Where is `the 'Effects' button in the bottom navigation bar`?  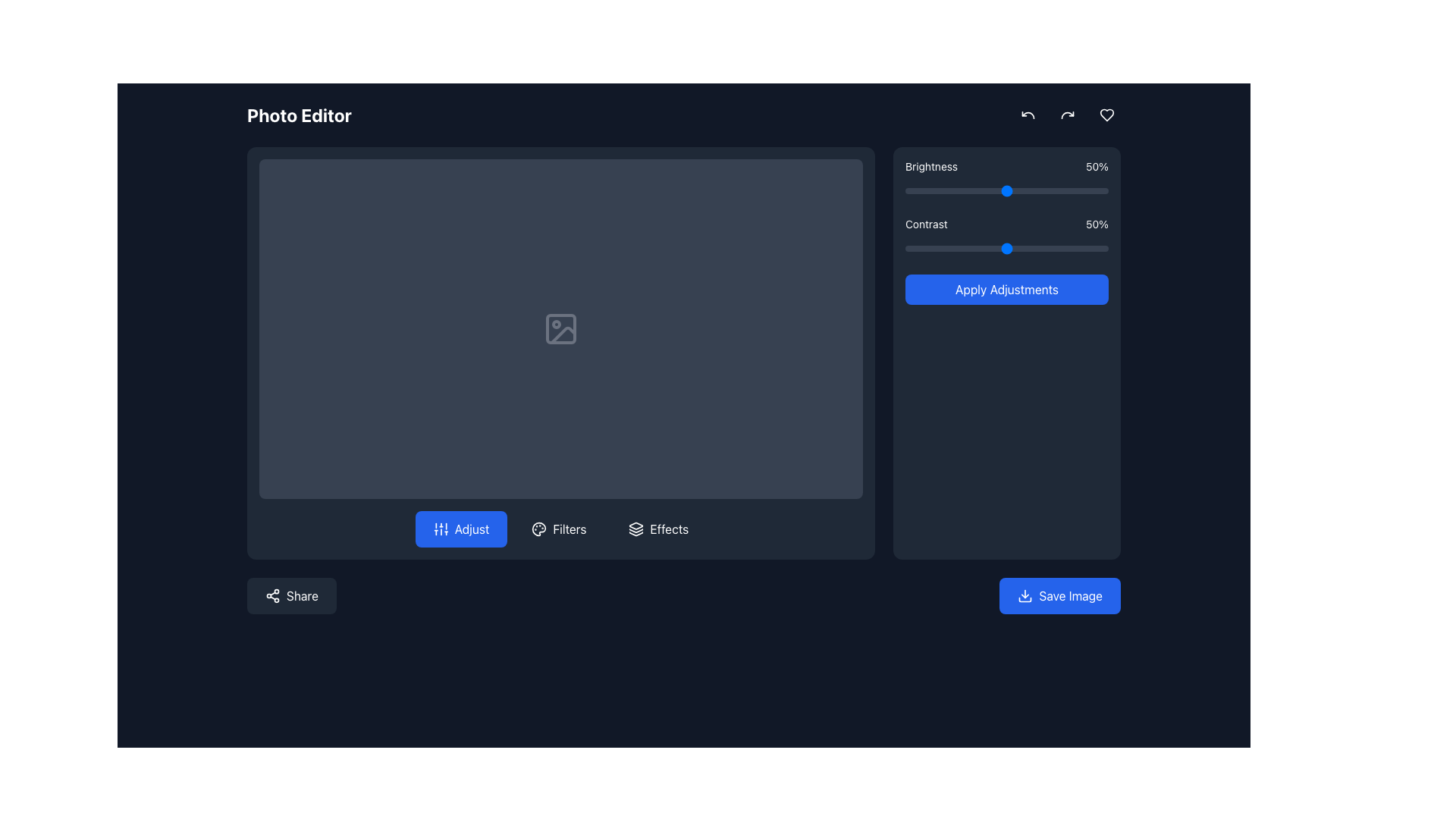 the 'Effects' button in the bottom navigation bar is located at coordinates (668, 528).